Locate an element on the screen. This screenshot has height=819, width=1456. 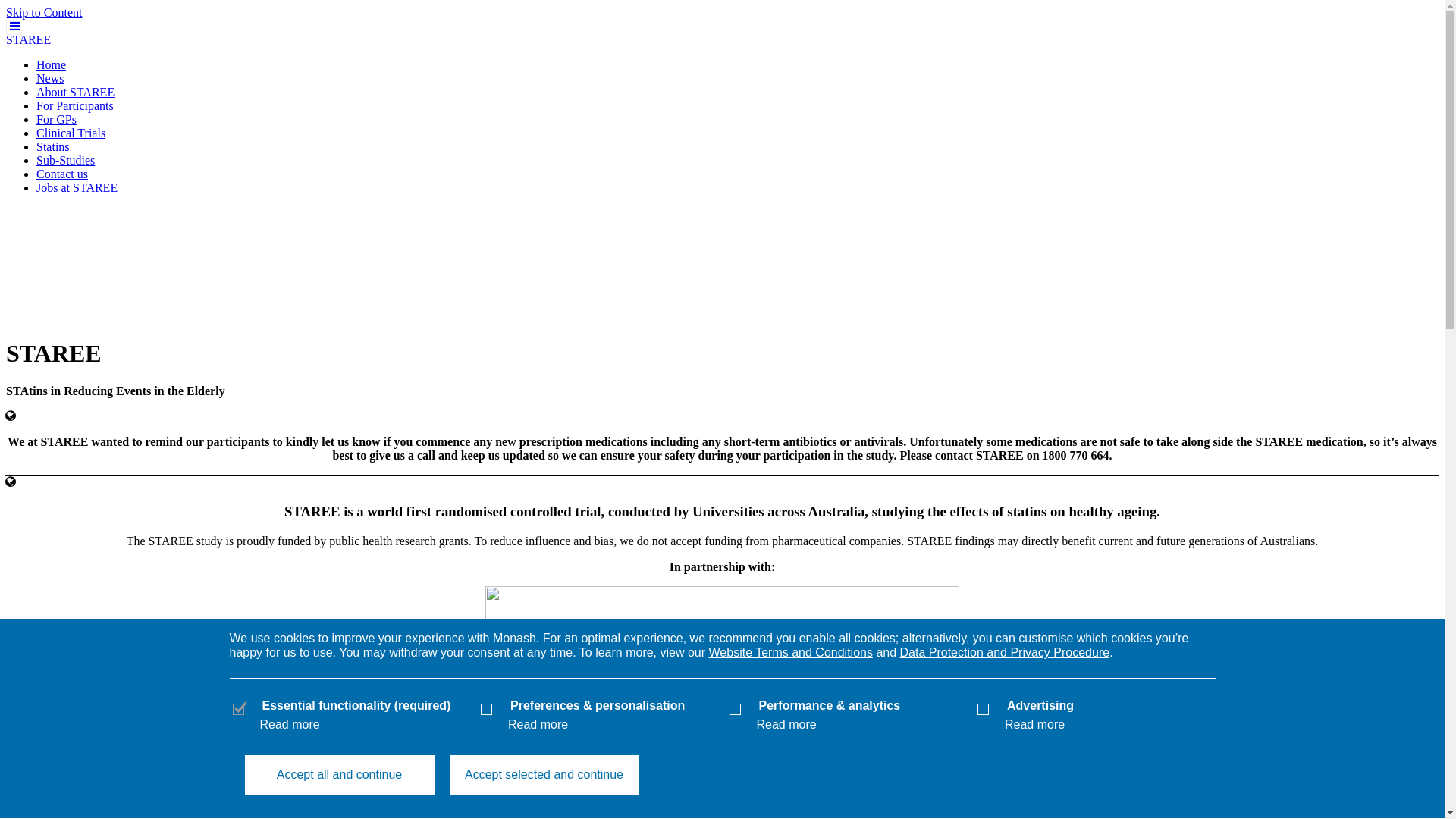
'Accept all and continue' is located at coordinates (337, 775).